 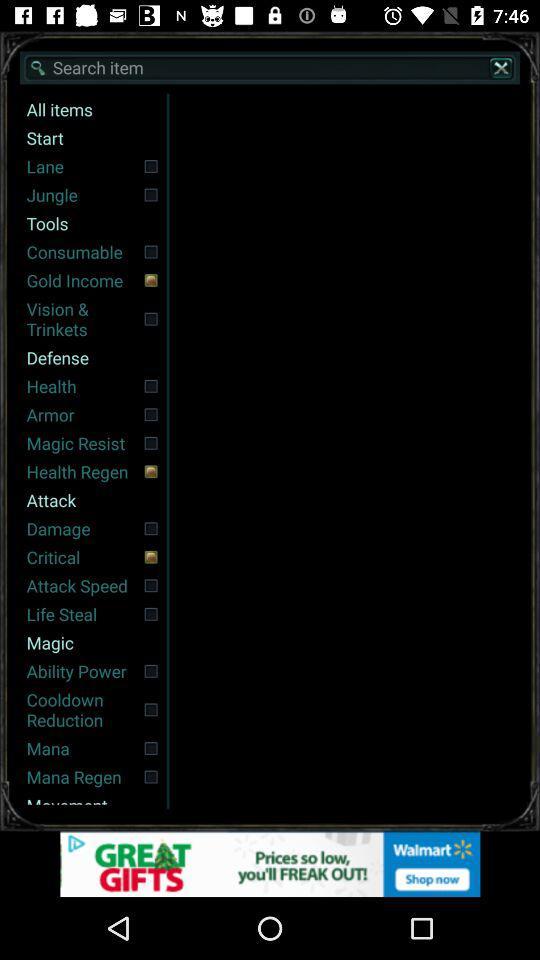 I want to click on open the advertisement, so click(x=270, y=863).